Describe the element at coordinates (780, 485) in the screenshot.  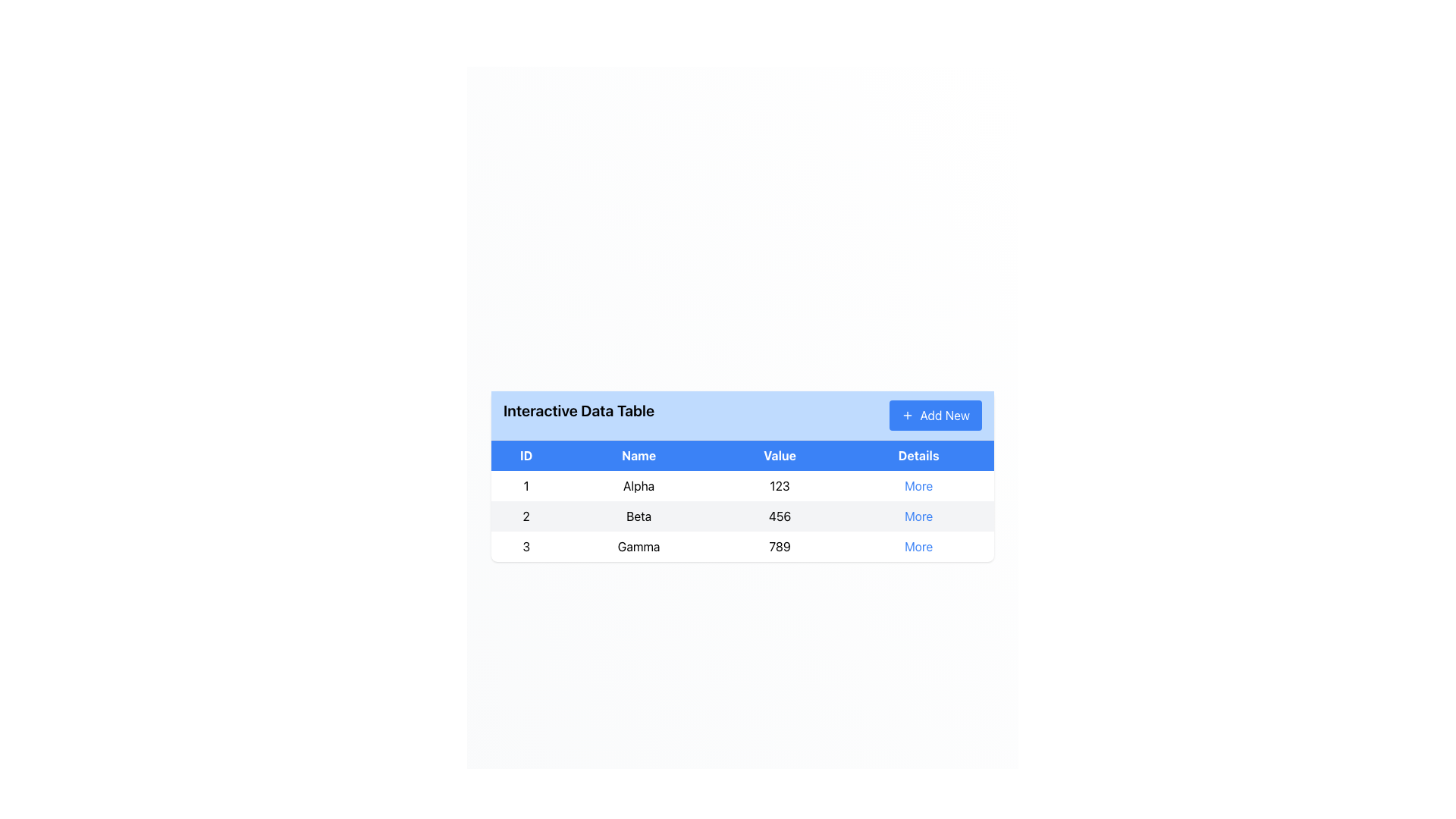
I see `the static text element displaying the numeric value '123' in the 'Value' column of the first row of the table` at that location.